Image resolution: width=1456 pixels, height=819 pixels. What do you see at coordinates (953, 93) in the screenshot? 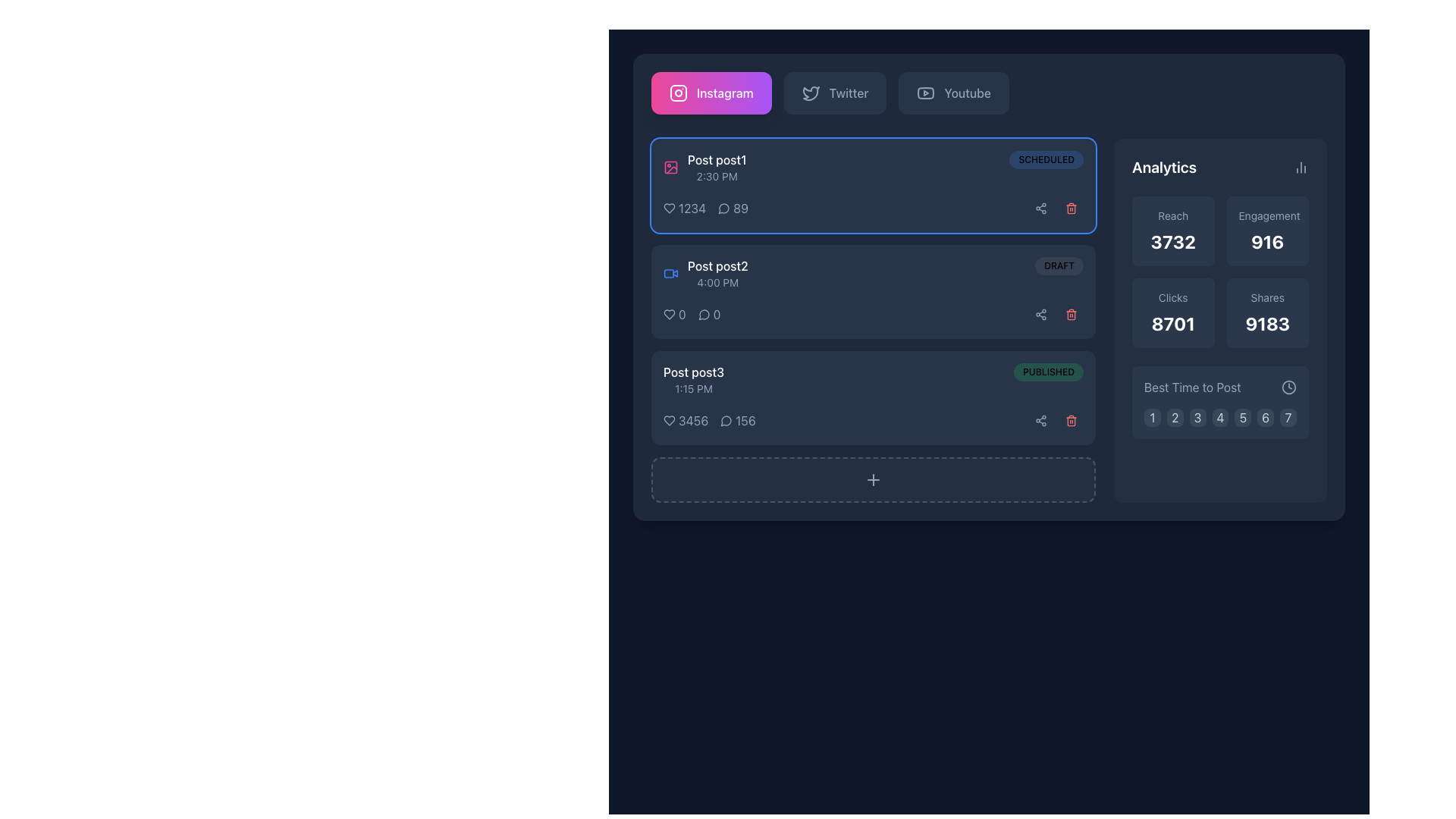
I see `the third button in the horizontal row of social media buttons at the top of the content section` at bounding box center [953, 93].